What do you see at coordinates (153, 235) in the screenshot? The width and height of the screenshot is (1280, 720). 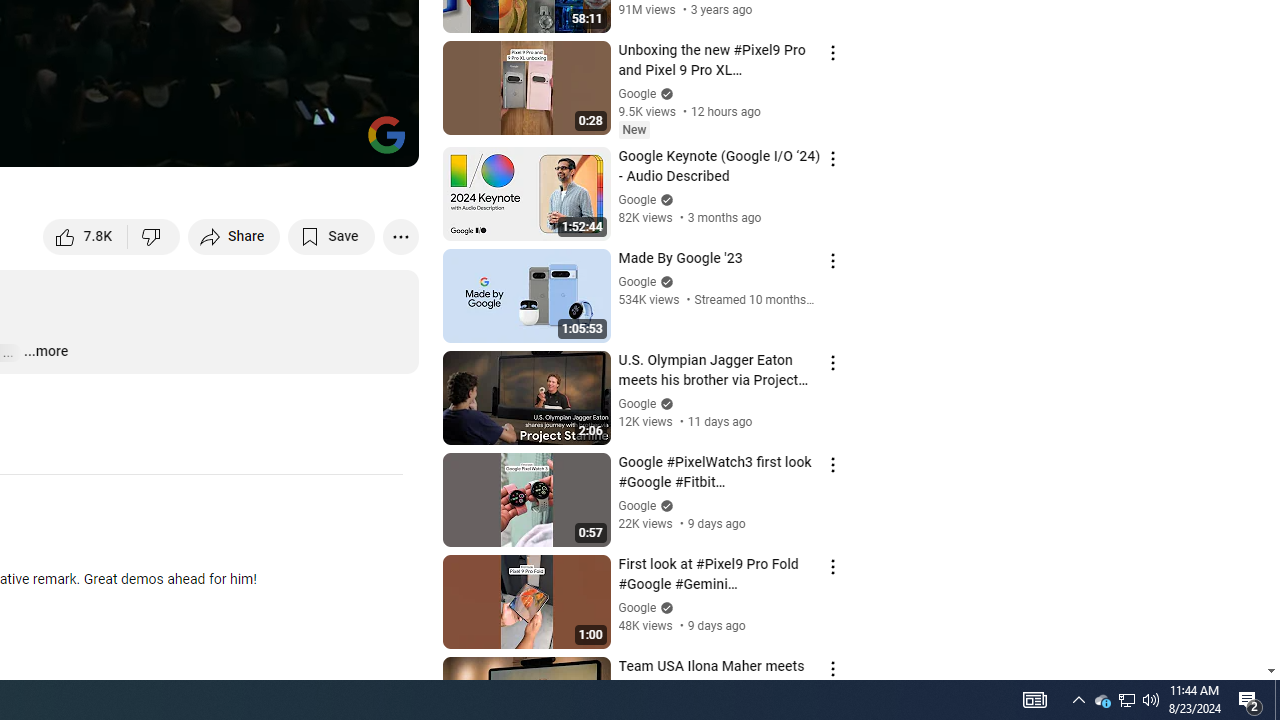 I see `'Dislike this video'` at bounding box center [153, 235].